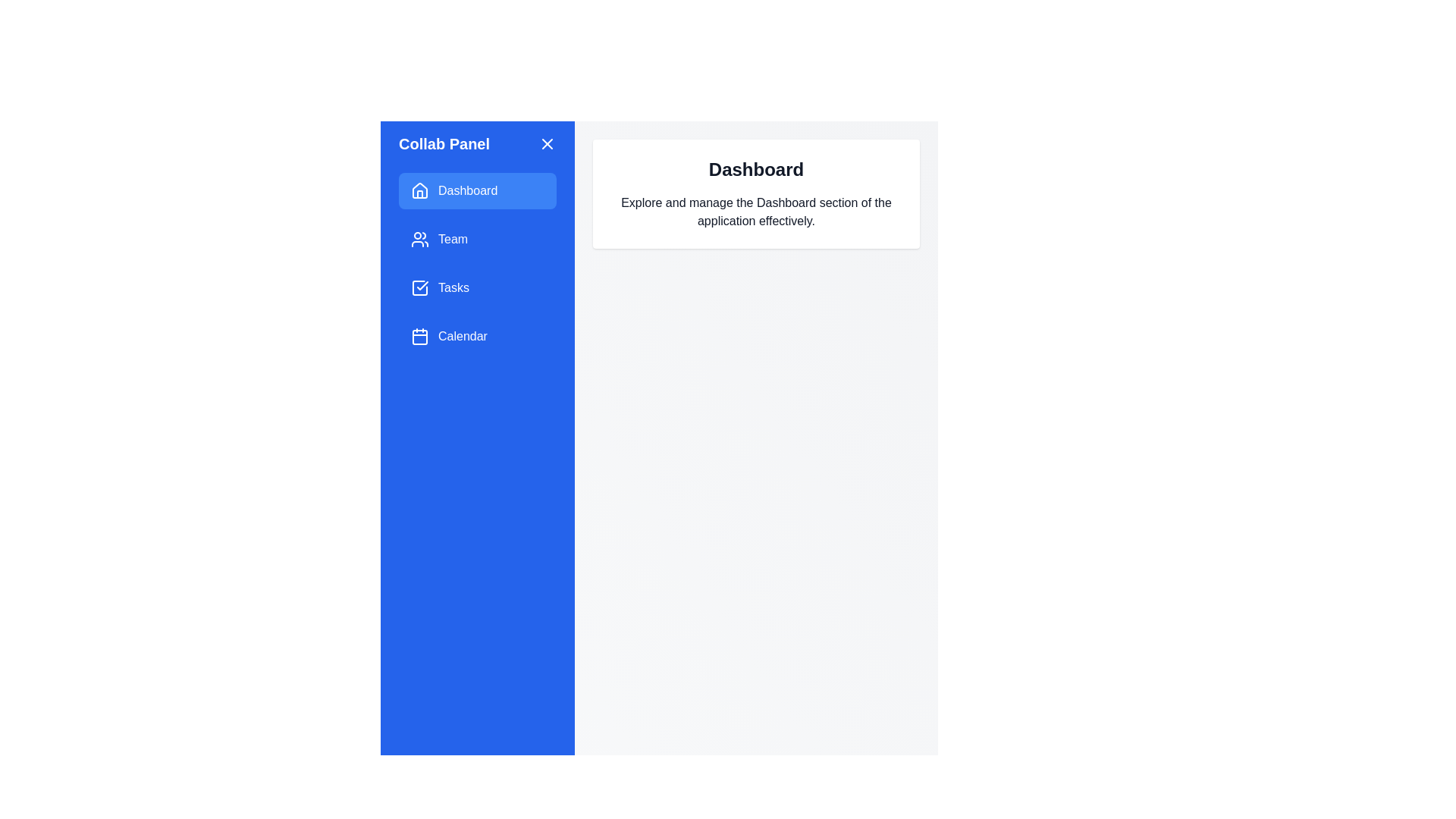 This screenshot has width=1456, height=819. Describe the element at coordinates (476, 239) in the screenshot. I see `the Team option from the navigation menu` at that location.